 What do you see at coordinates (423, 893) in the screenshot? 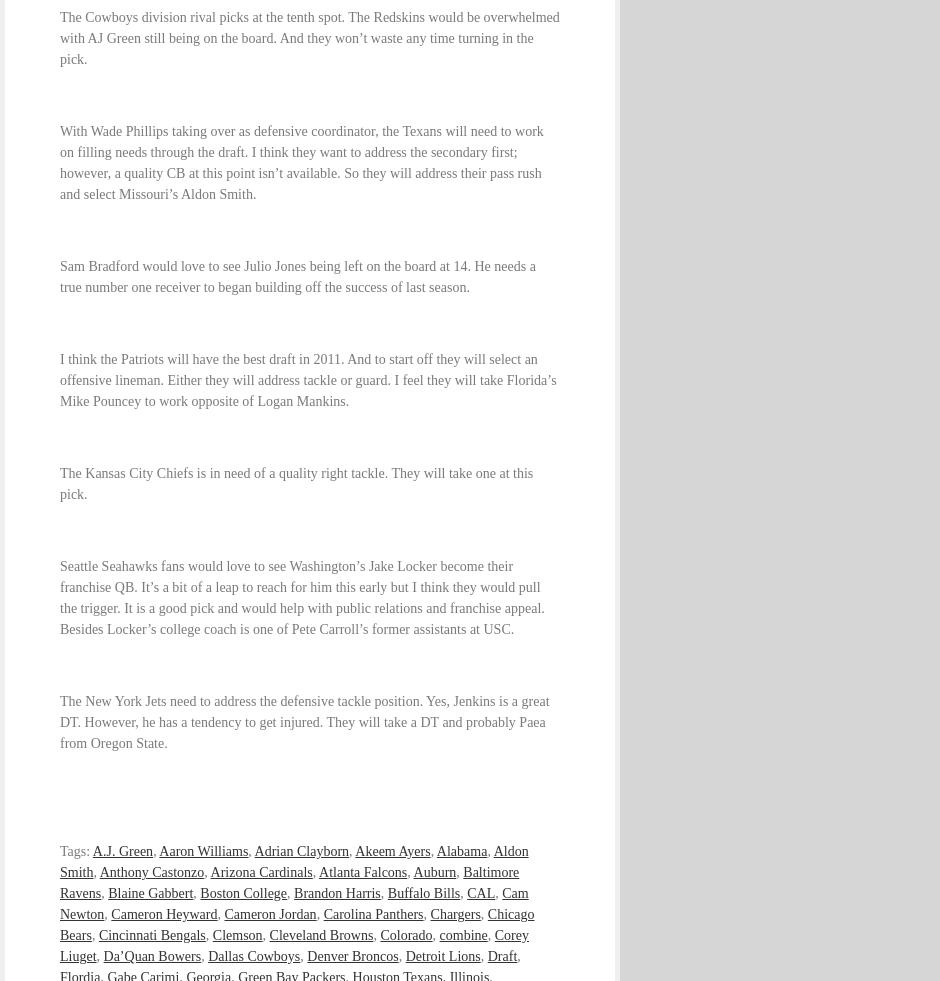
I see `'Buffalo Bills'` at bounding box center [423, 893].